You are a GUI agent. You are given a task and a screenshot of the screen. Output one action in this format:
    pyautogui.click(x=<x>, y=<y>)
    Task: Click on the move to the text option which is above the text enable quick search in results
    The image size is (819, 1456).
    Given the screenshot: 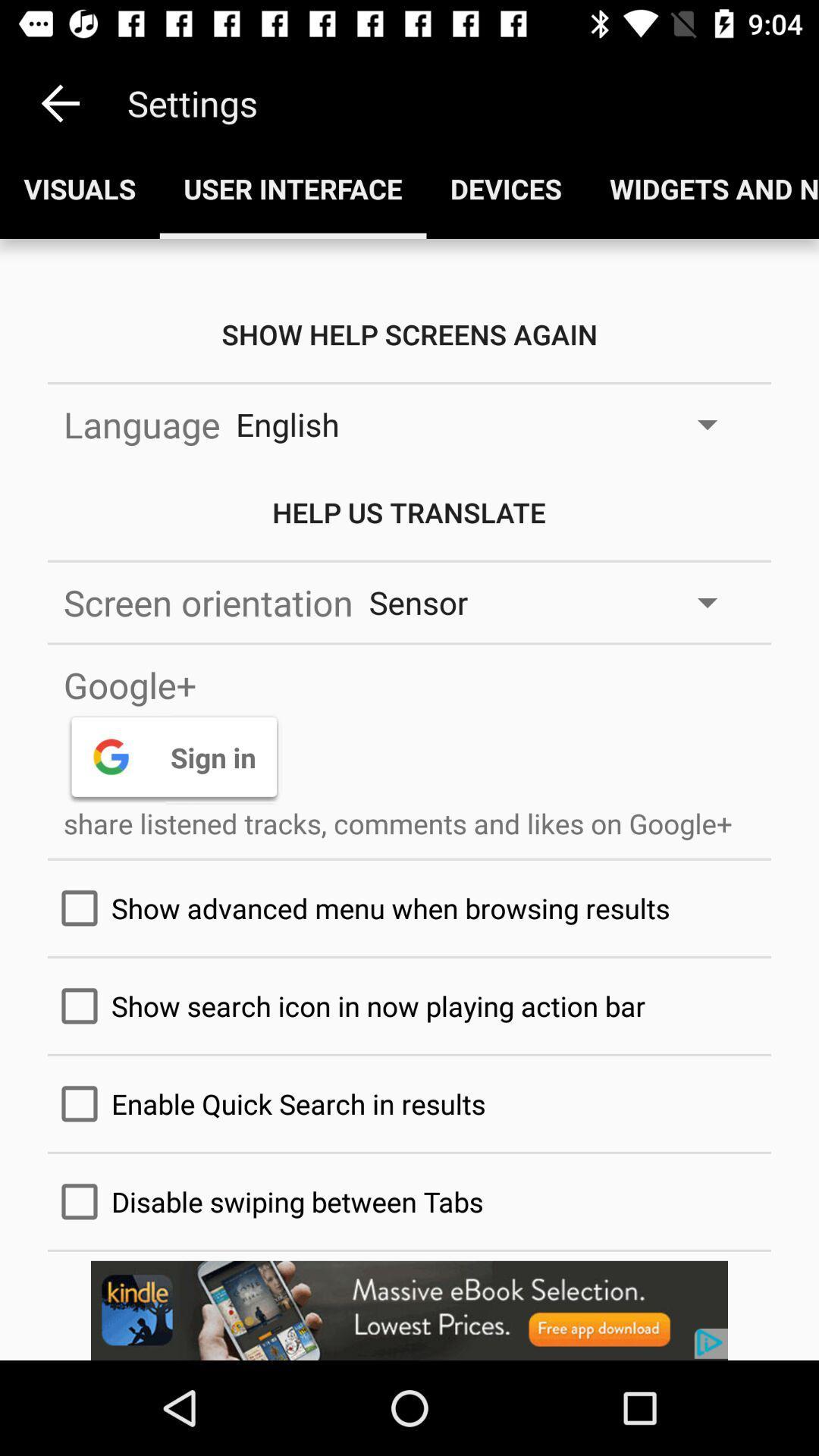 What is the action you would take?
    pyautogui.click(x=409, y=1006)
    